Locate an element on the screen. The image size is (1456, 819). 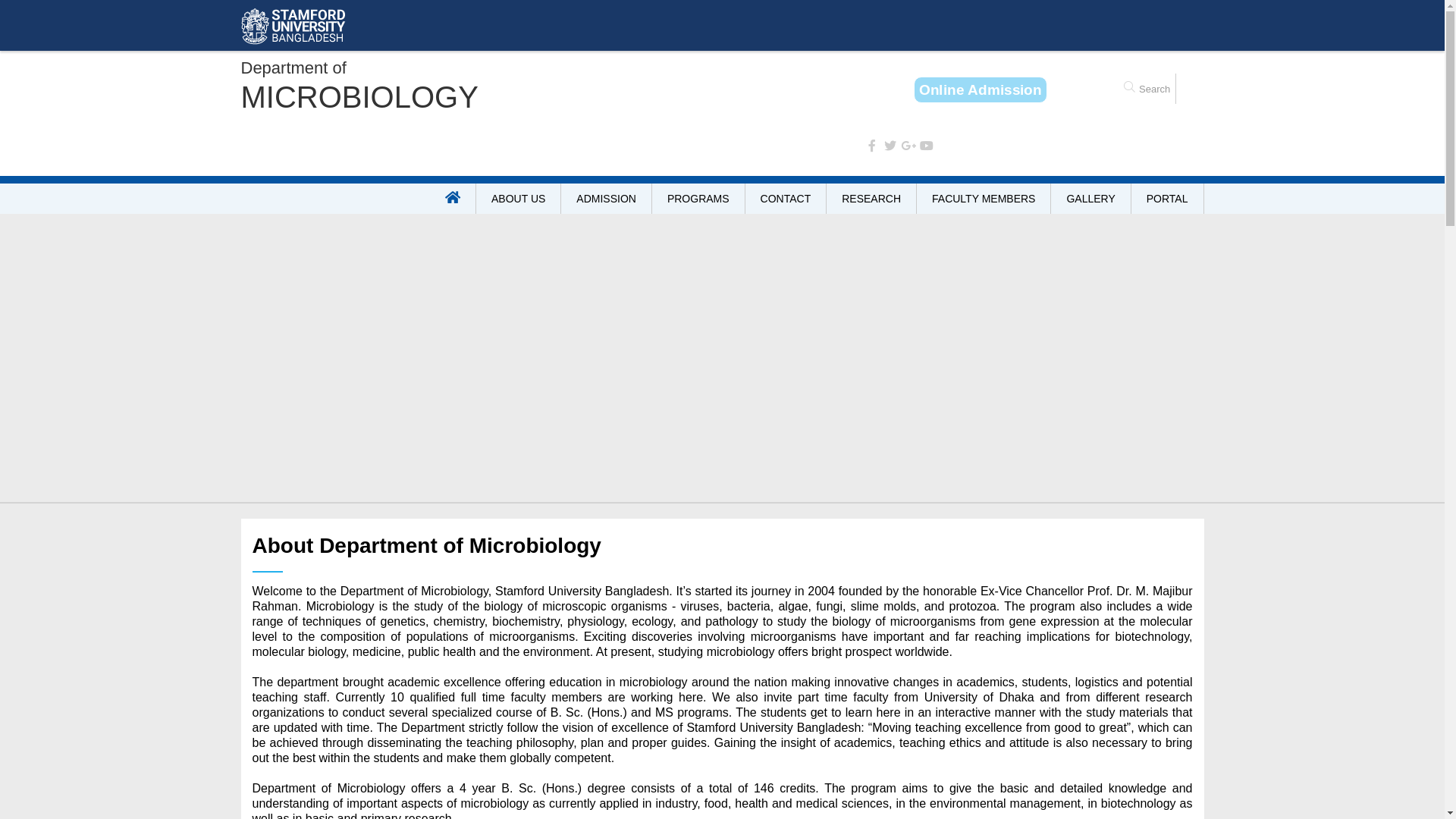
'Onlin' is located at coordinates (981, 89).